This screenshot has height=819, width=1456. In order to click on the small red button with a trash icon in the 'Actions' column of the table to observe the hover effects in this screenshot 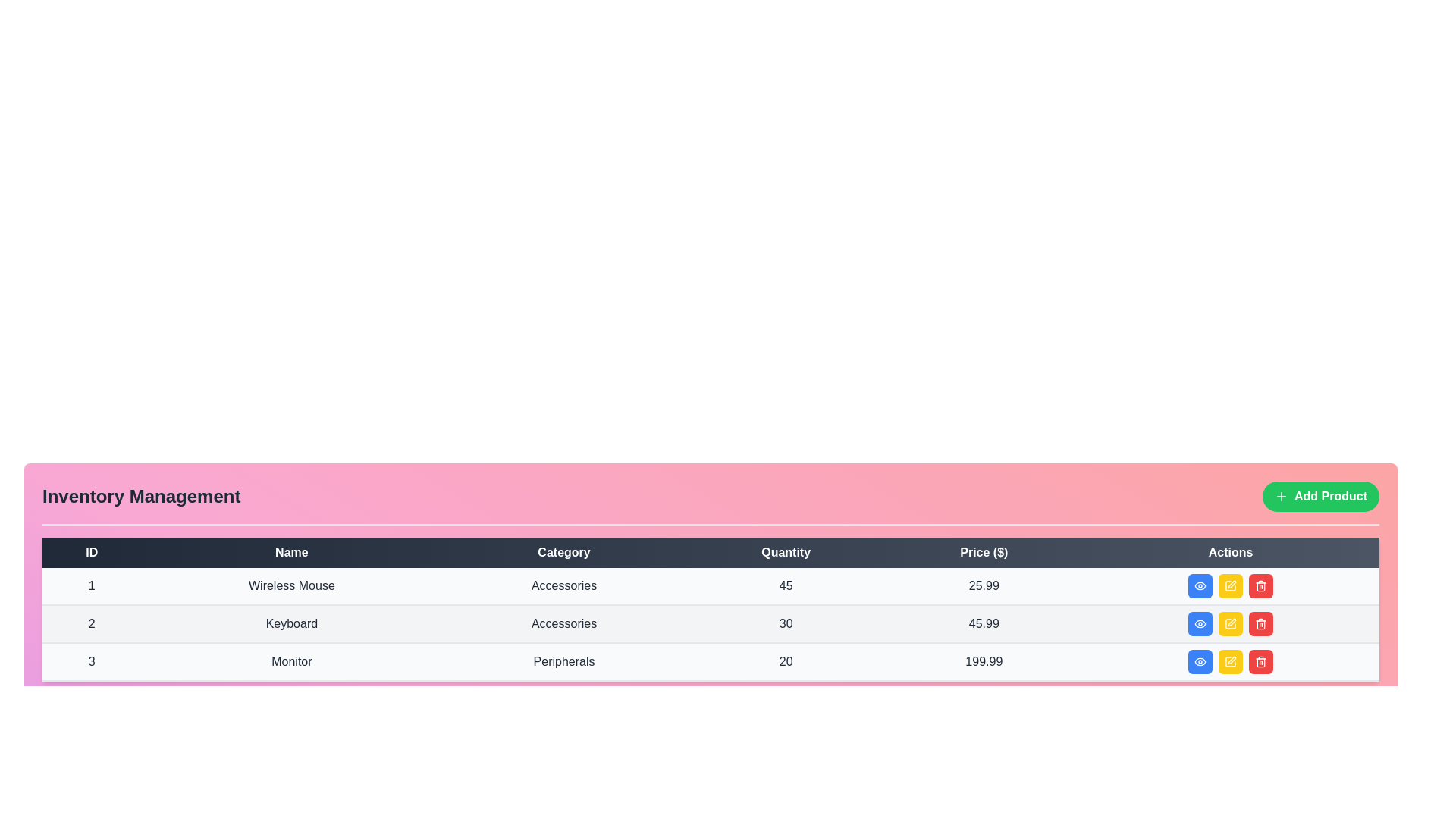, I will do `click(1261, 585)`.